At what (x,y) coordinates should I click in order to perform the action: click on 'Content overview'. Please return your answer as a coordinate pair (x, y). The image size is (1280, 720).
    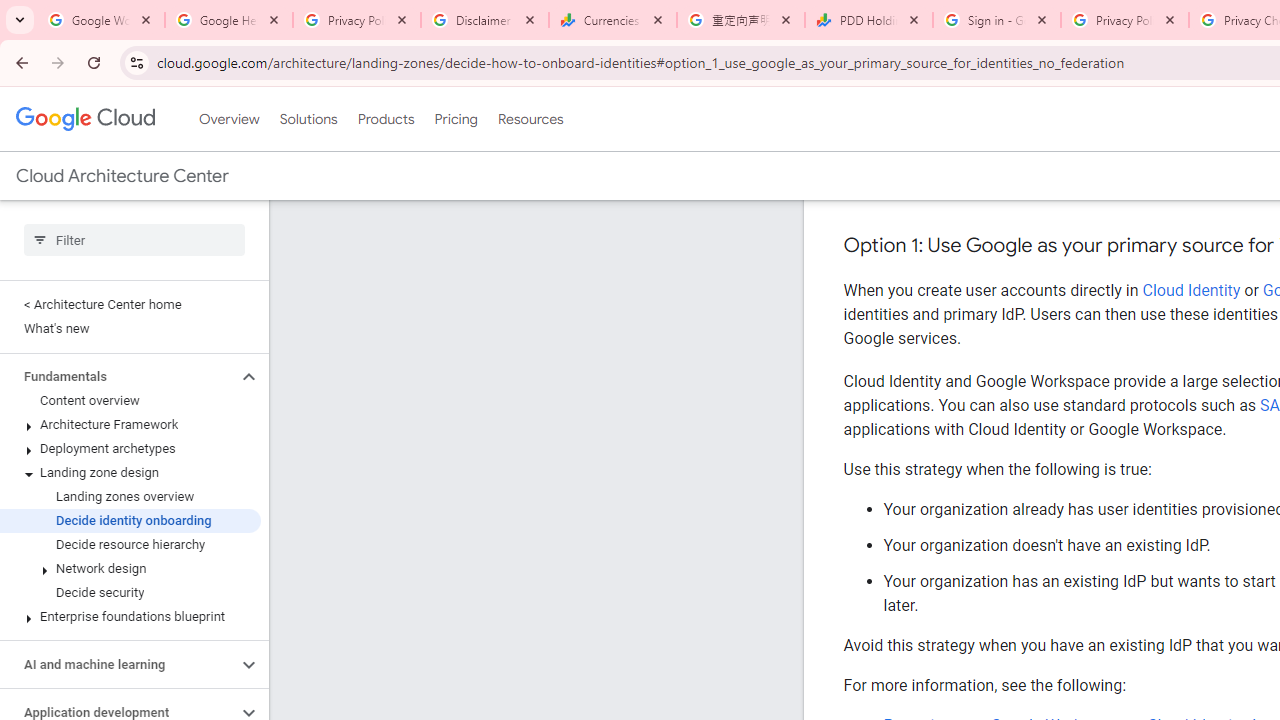
    Looking at the image, I should click on (129, 401).